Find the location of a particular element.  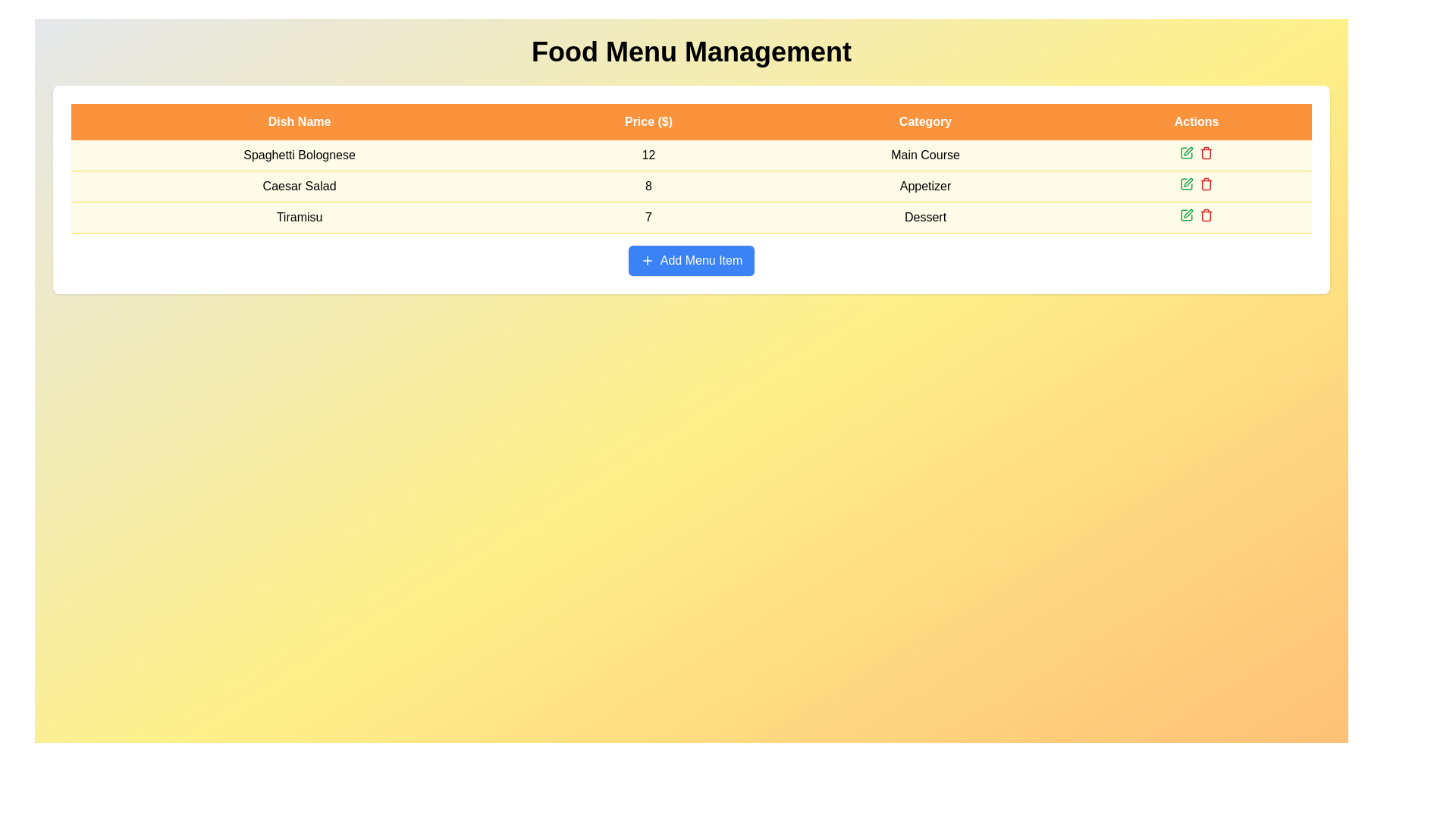

the 'Category' column header in the table, which is located between 'Price ($)' and 'Actions' is located at coordinates (924, 121).